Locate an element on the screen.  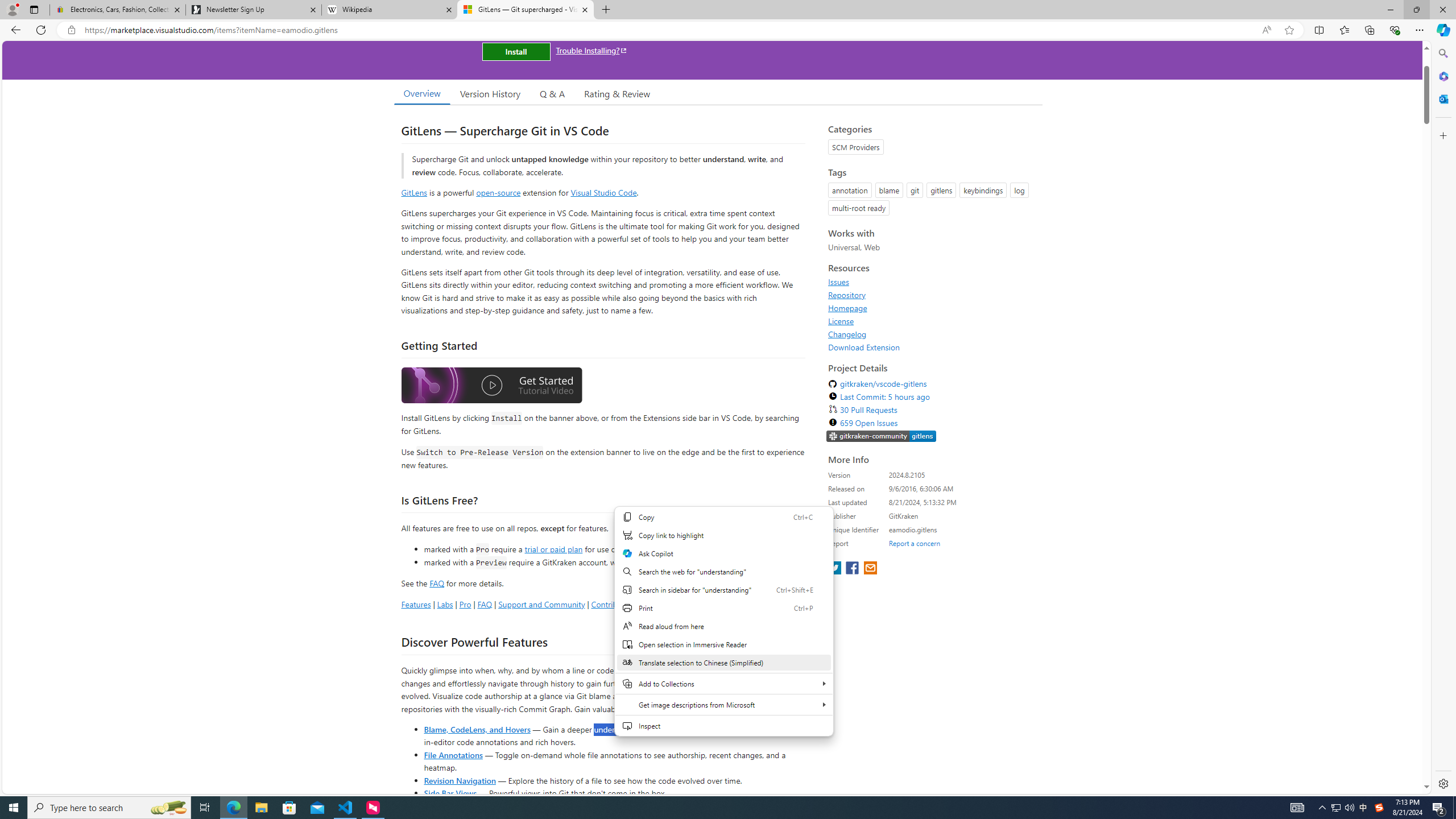
'Download Extension' is located at coordinates (864, 346).